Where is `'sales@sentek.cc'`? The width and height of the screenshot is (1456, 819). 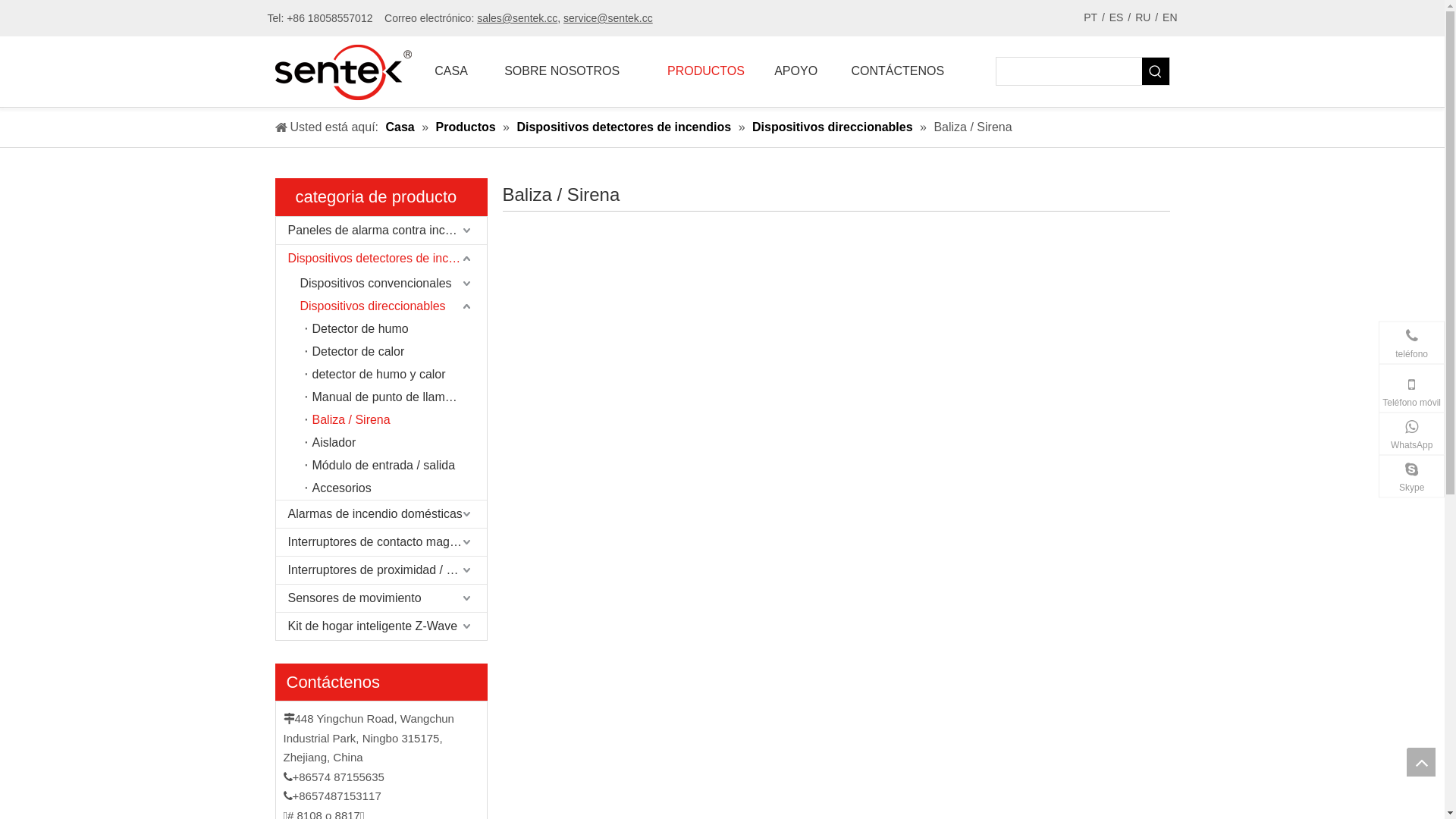
'sales@sentek.cc' is located at coordinates (516, 17).